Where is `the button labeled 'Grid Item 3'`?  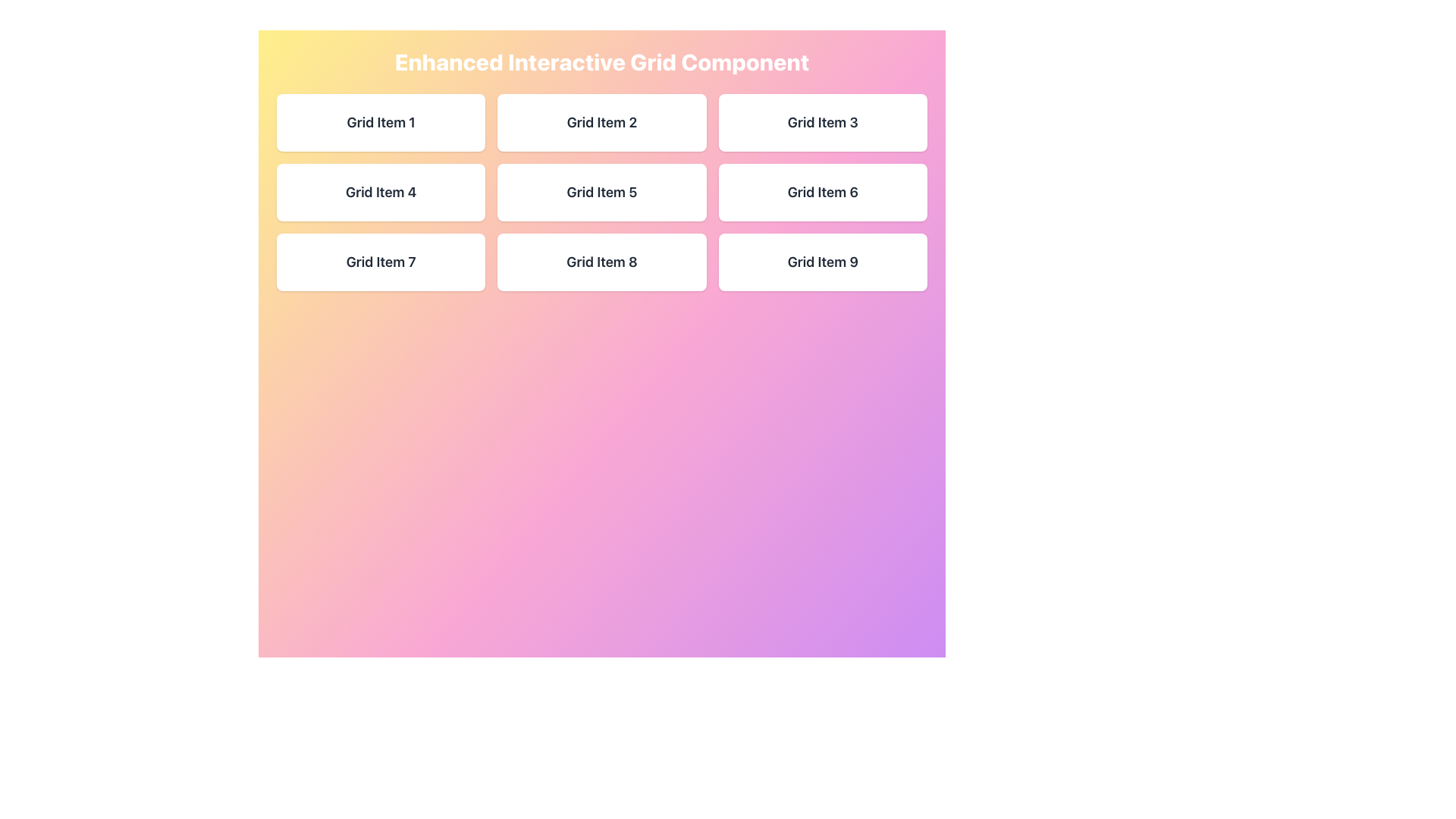
the button labeled 'Grid Item 3' is located at coordinates (822, 122).